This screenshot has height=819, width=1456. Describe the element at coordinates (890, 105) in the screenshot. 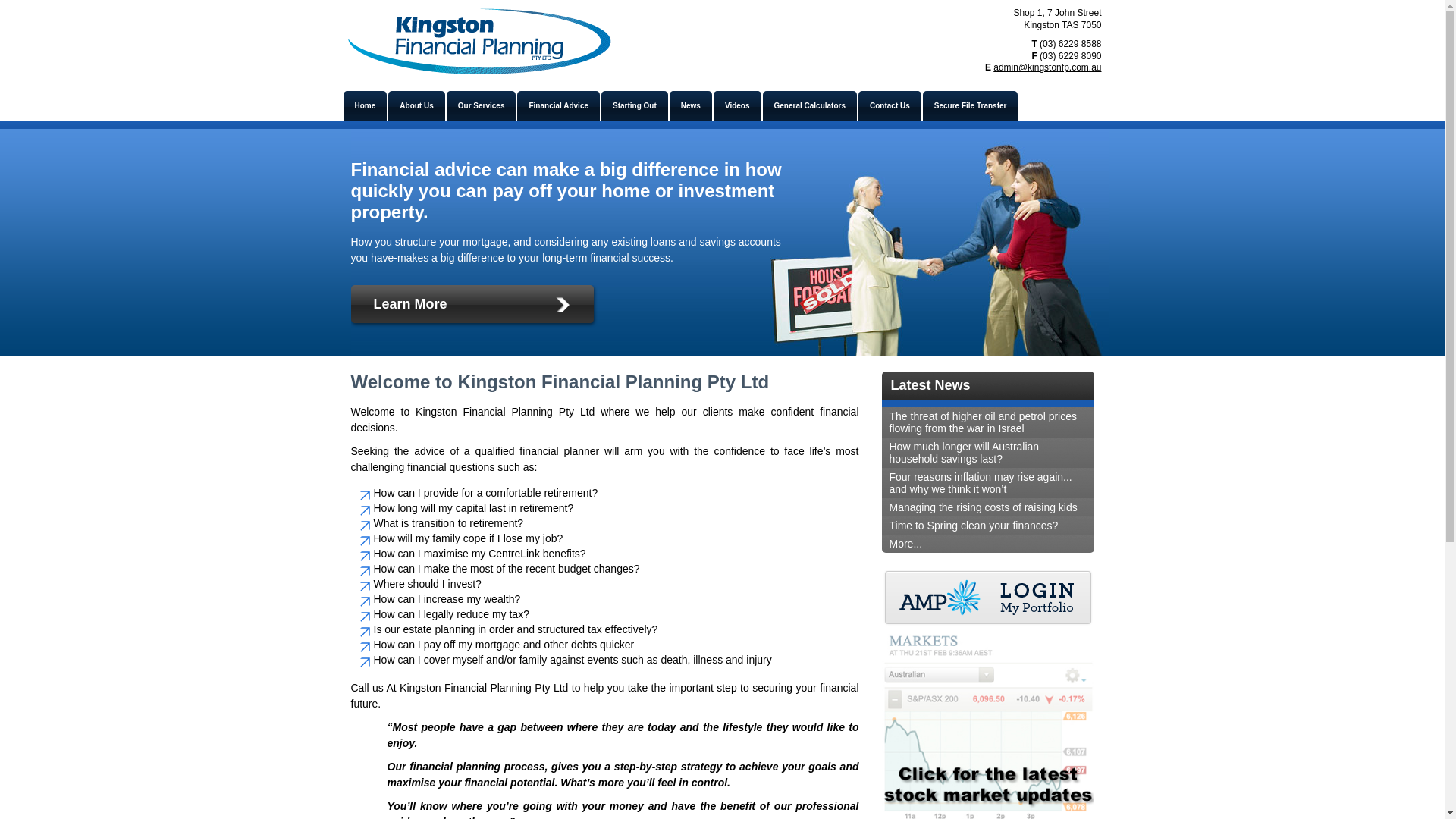

I see `'Contact Us'` at that location.